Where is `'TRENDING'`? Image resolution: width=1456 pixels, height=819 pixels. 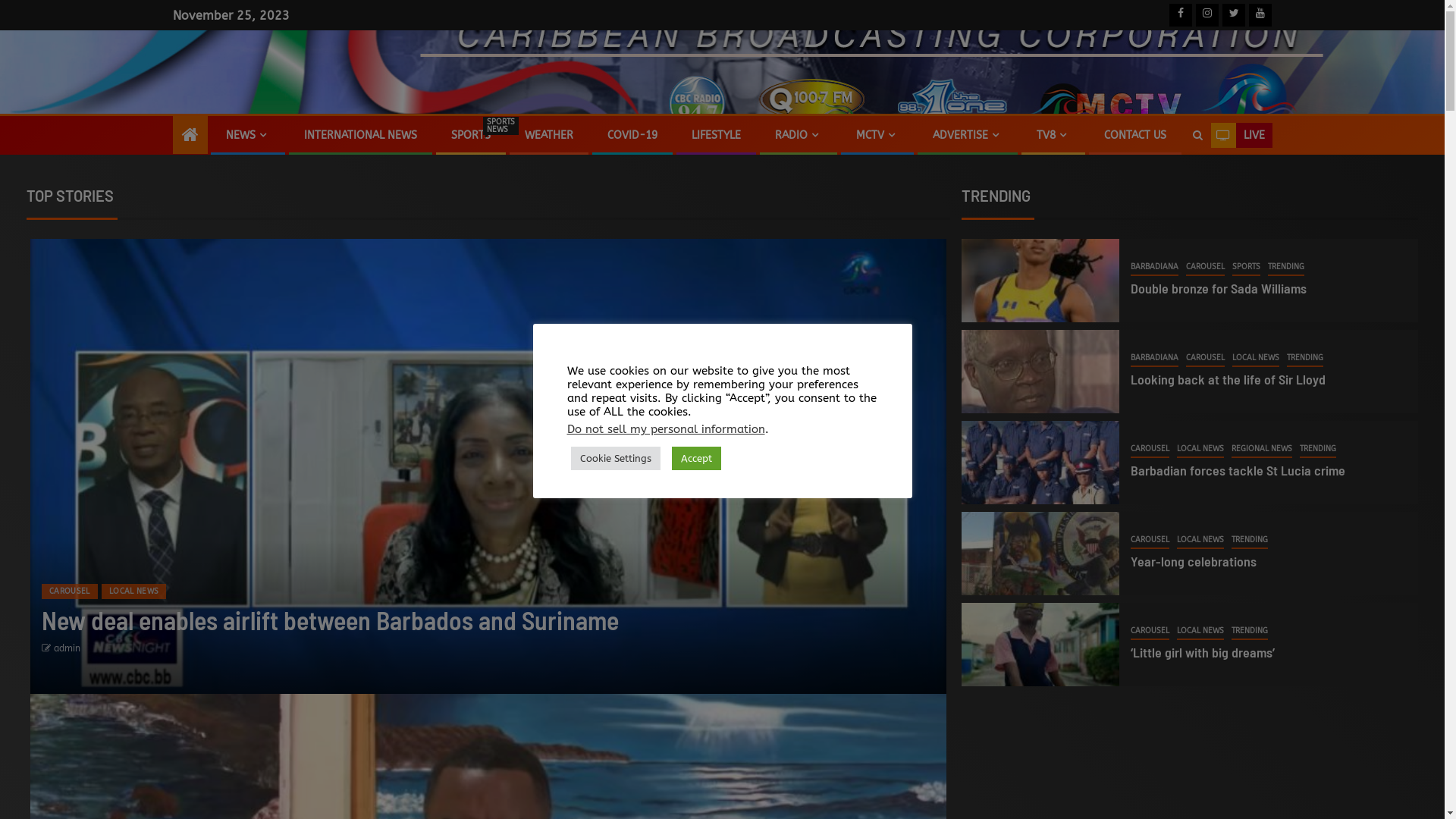 'TRENDING' is located at coordinates (1304, 359).